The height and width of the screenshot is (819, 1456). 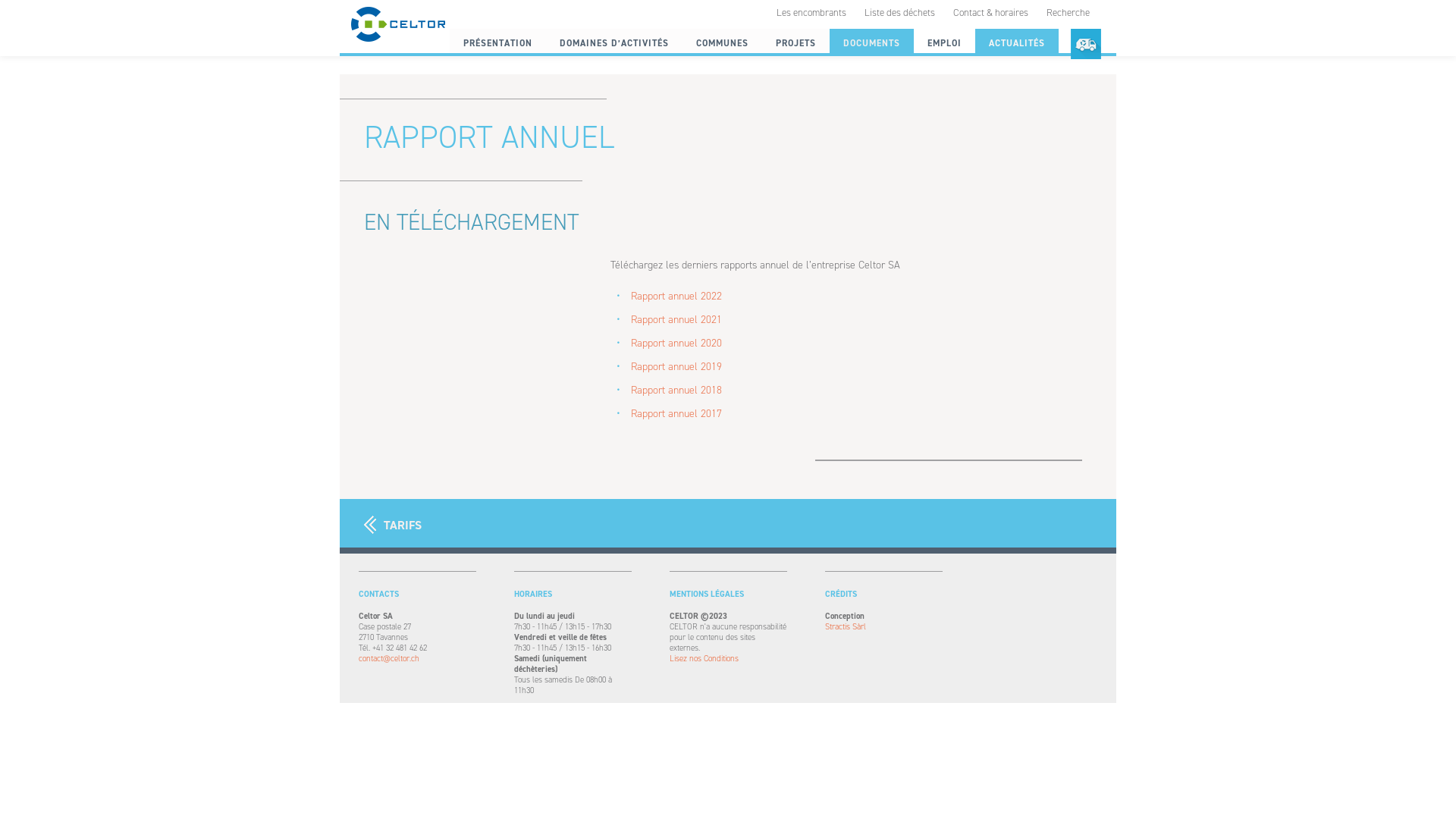 I want to click on 'COMMUNES', so click(x=721, y=42).